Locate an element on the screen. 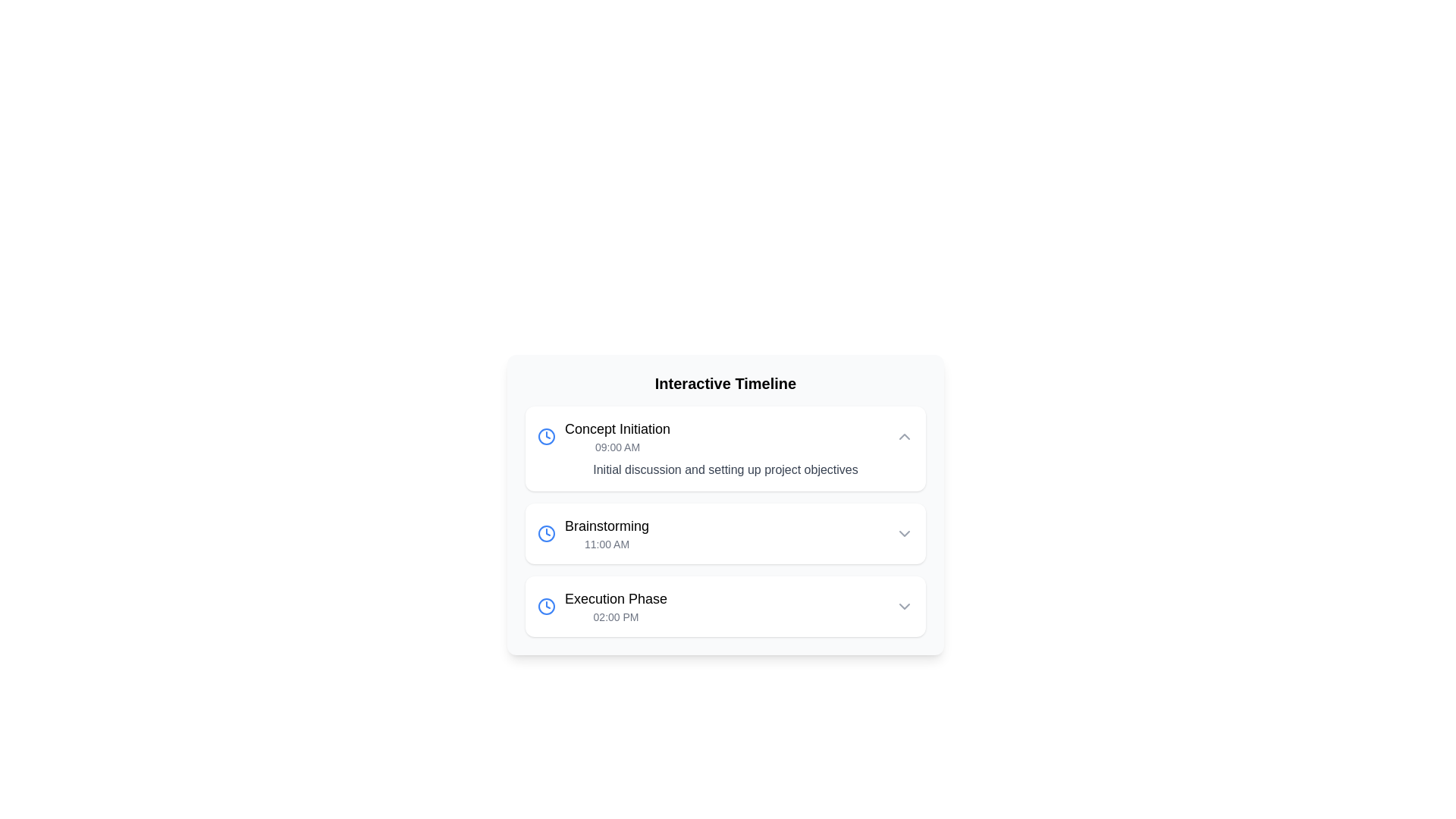 This screenshot has width=1456, height=819. the 'Brainstorming' session text label in the timeline, which displays the event title and time, positioned between 'Concept Initiation' and 'Execution Phase' is located at coordinates (607, 533).